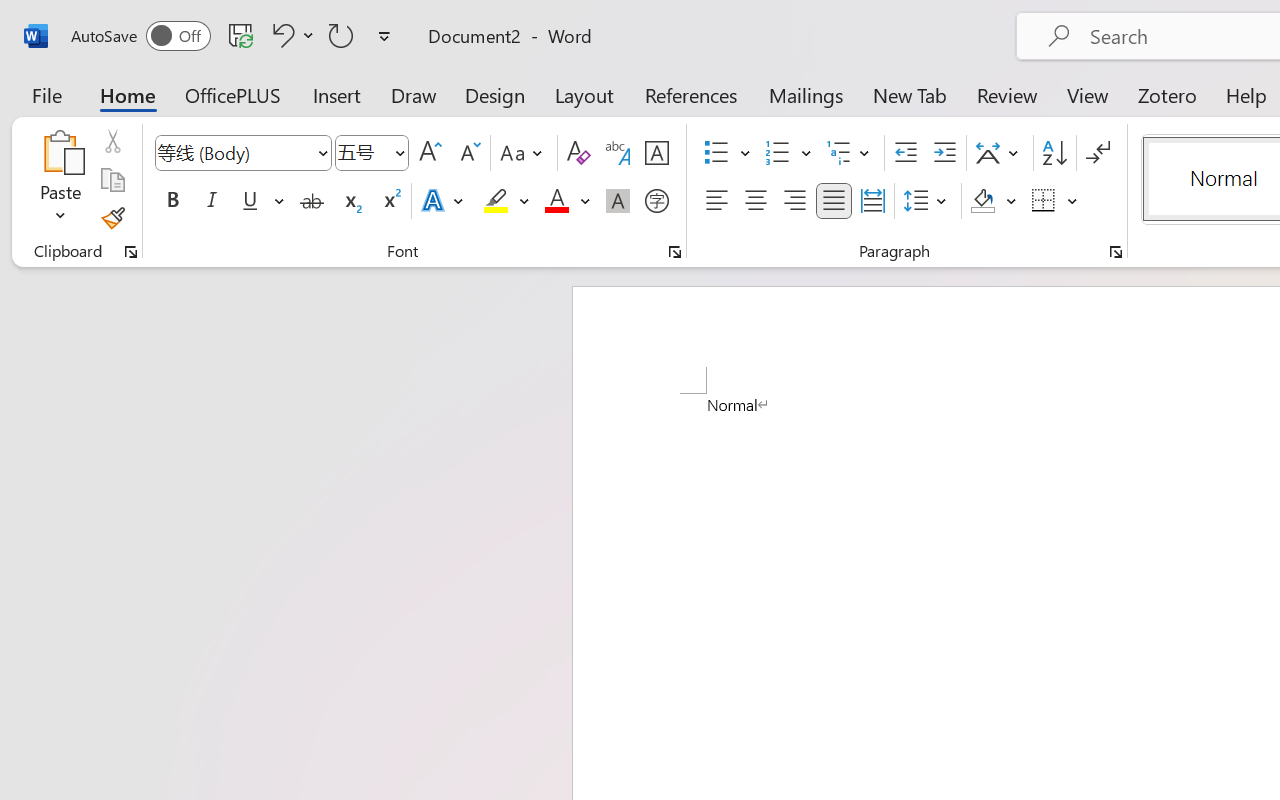  I want to click on 'Text Highlight Color', so click(506, 201).